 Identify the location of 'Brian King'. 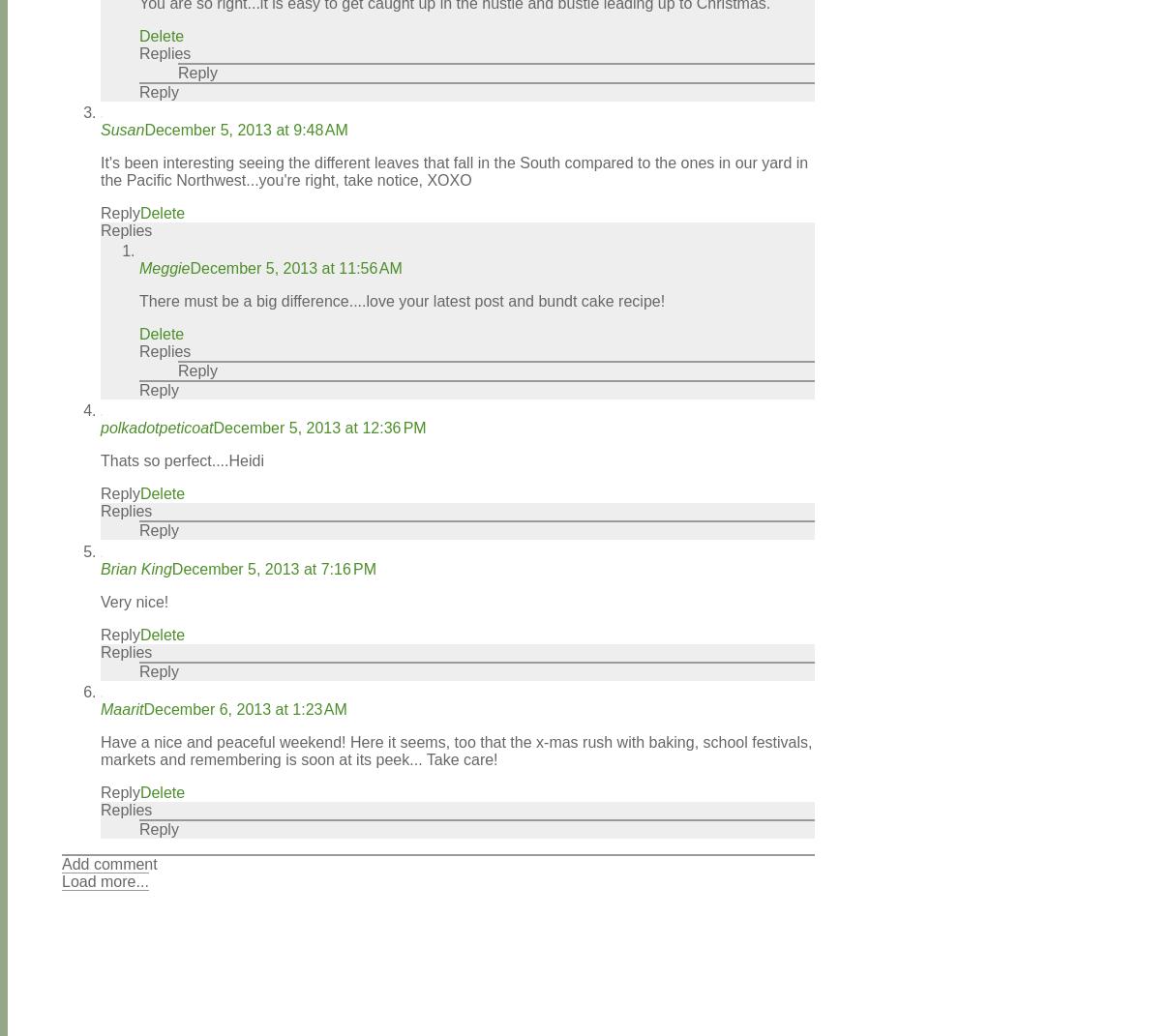
(135, 568).